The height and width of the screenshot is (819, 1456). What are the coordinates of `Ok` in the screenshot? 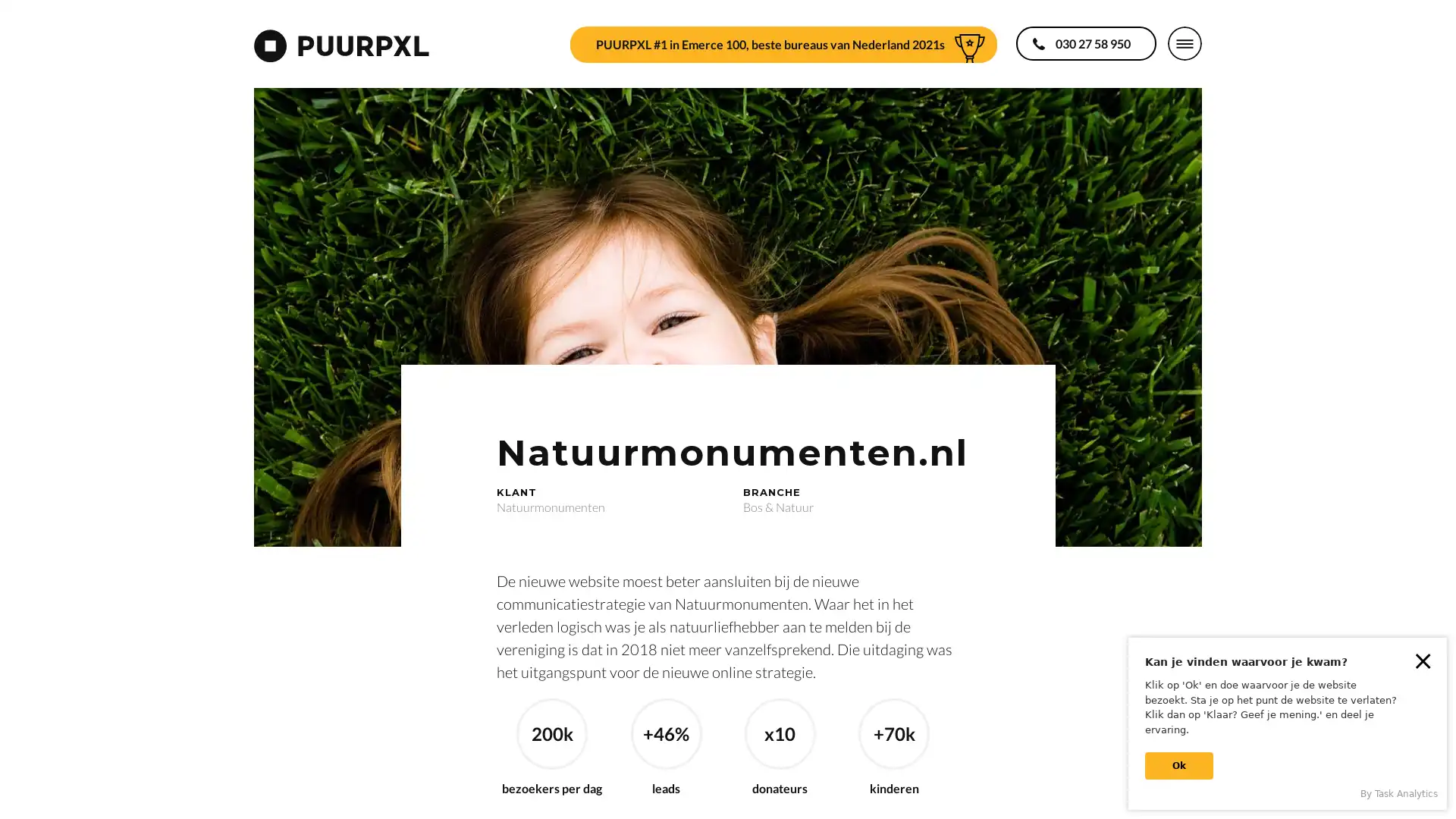 It's located at (1178, 766).